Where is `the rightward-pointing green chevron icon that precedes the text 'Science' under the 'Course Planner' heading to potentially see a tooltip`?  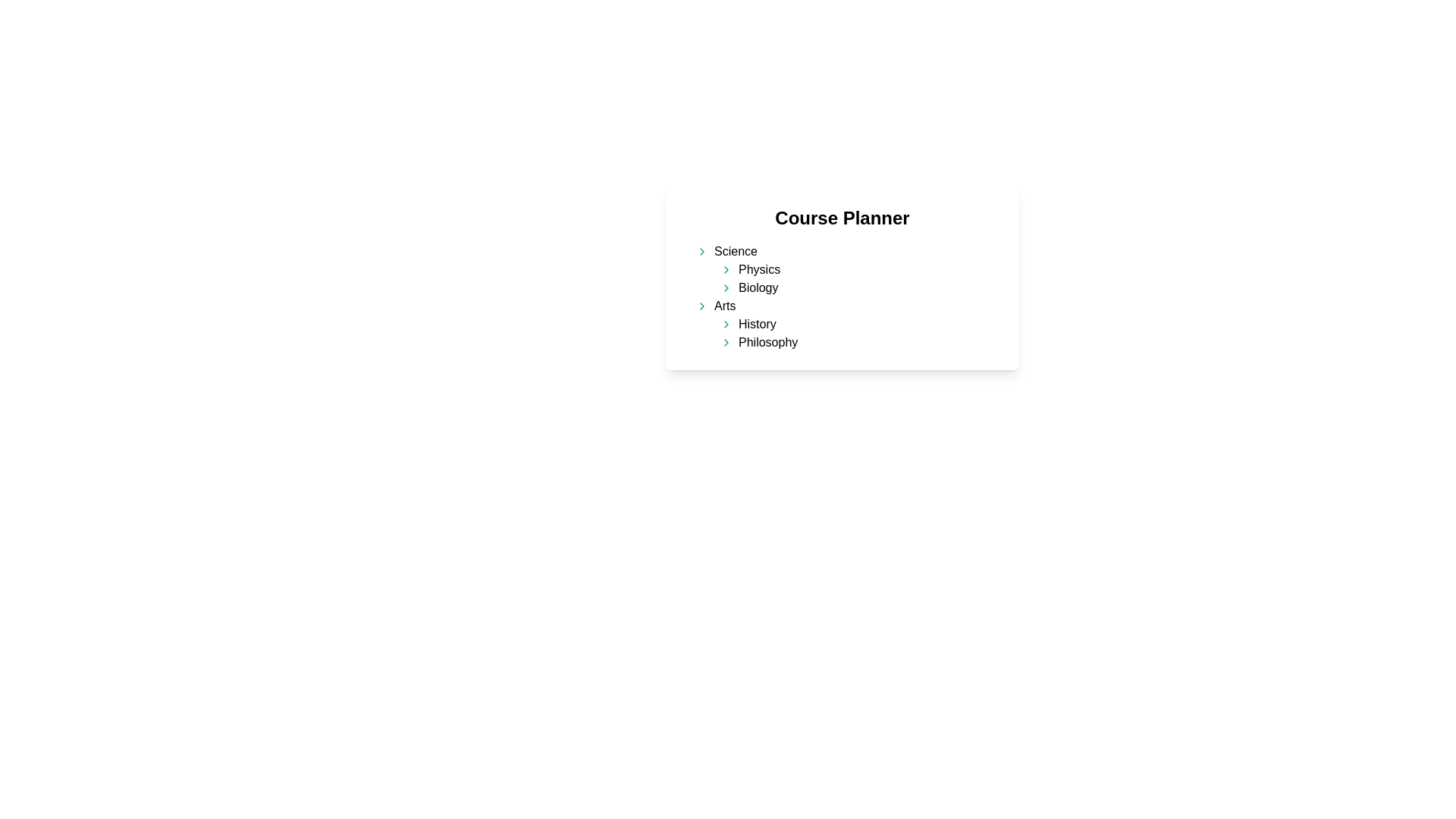 the rightward-pointing green chevron icon that precedes the text 'Science' under the 'Course Planner' heading to potentially see a tooltip is located at coordinates (701, 250).